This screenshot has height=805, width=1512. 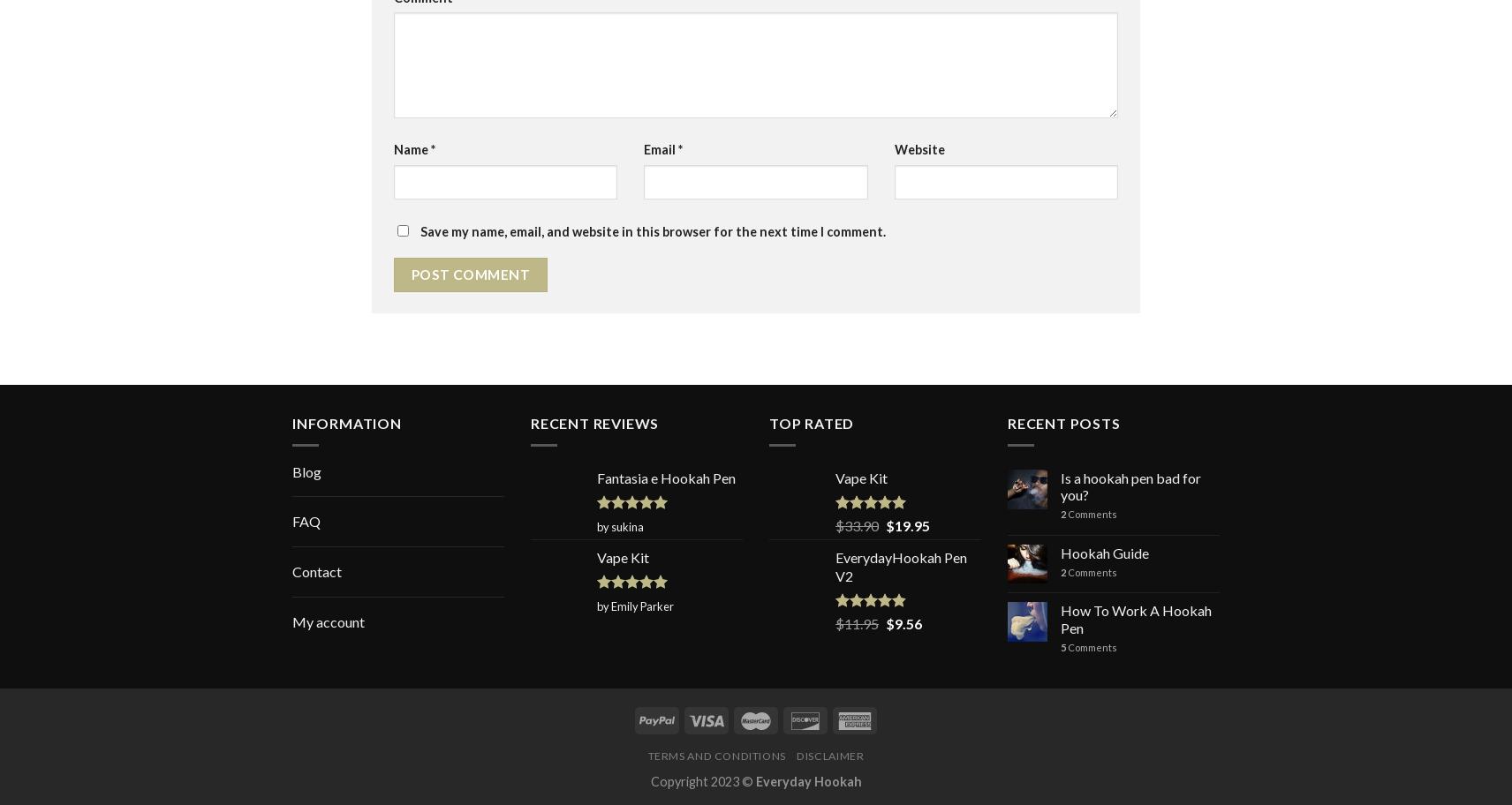 I want to click on 'Website', so click(x=918, y=148).